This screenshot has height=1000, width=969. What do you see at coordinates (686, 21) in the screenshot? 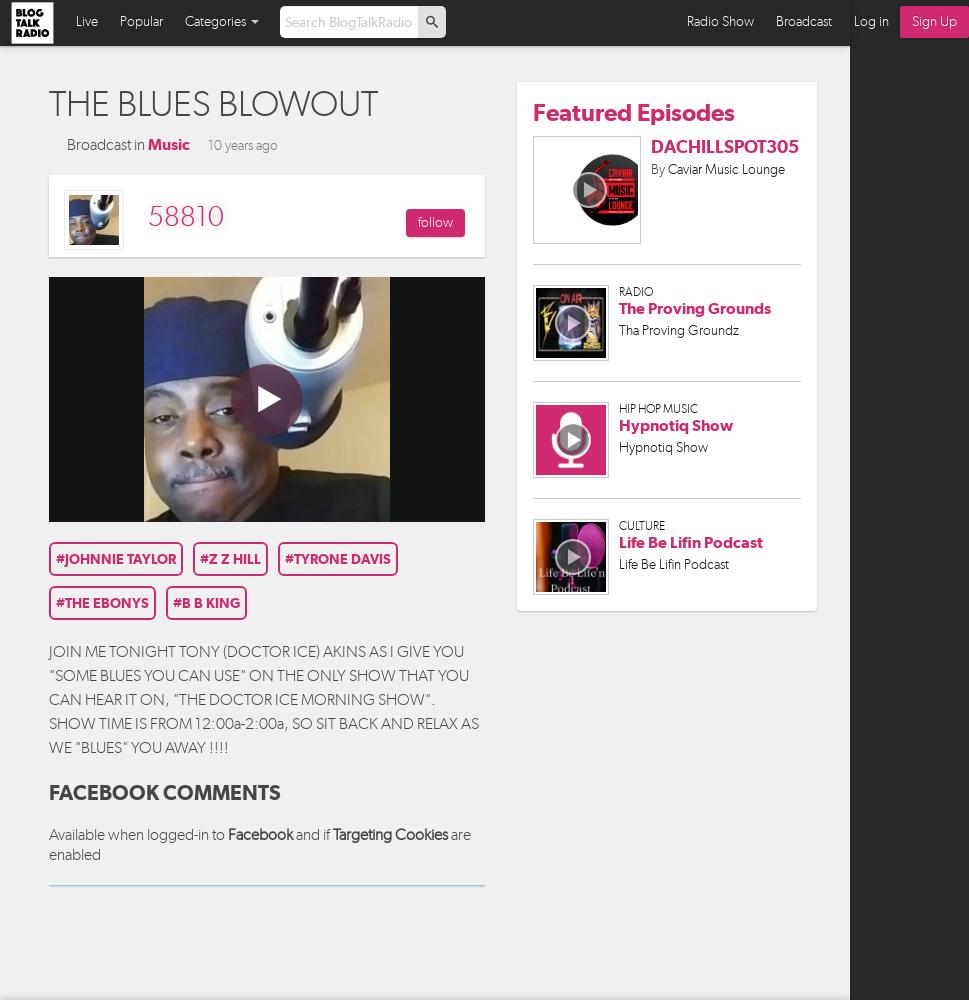
I see `'Radio Show'` at bounding box center [686, 21].